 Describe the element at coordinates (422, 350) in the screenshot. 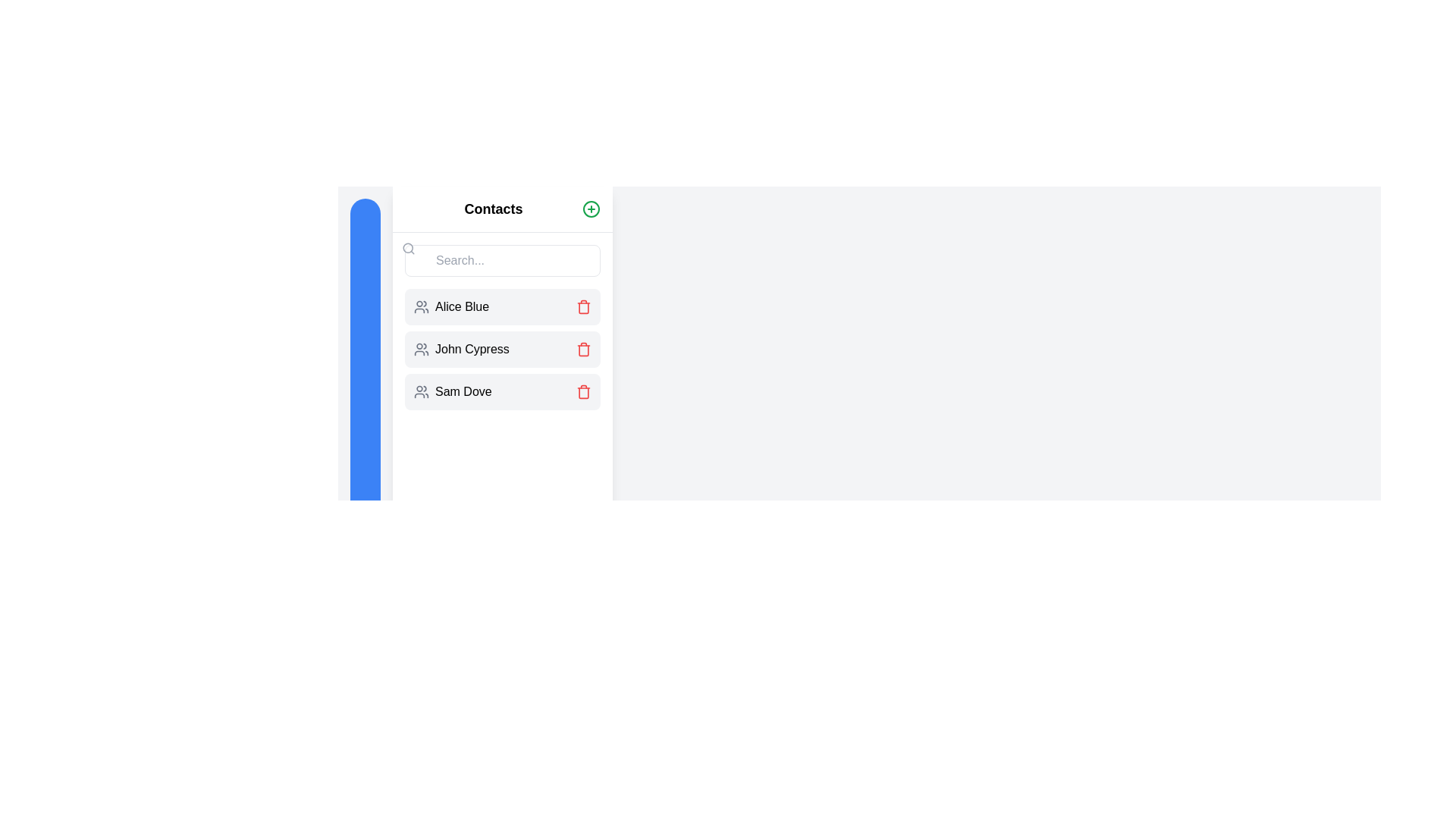

I see `the icon representing two abstract human figures, which is located on the left side of the contact entry row labeled 'John Cypress'` at that location.